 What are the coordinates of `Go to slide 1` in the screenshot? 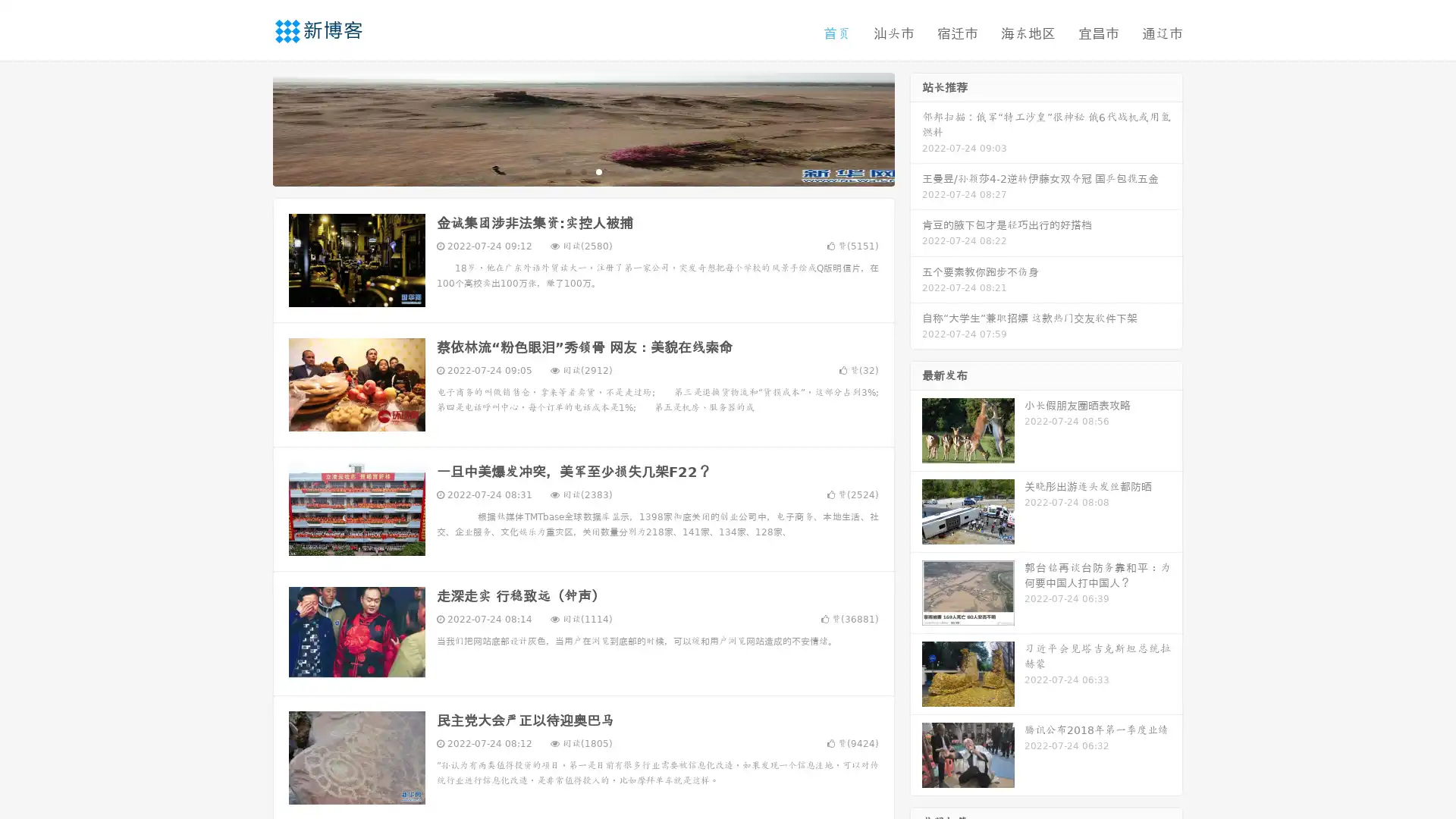 It's located at (567, 171).